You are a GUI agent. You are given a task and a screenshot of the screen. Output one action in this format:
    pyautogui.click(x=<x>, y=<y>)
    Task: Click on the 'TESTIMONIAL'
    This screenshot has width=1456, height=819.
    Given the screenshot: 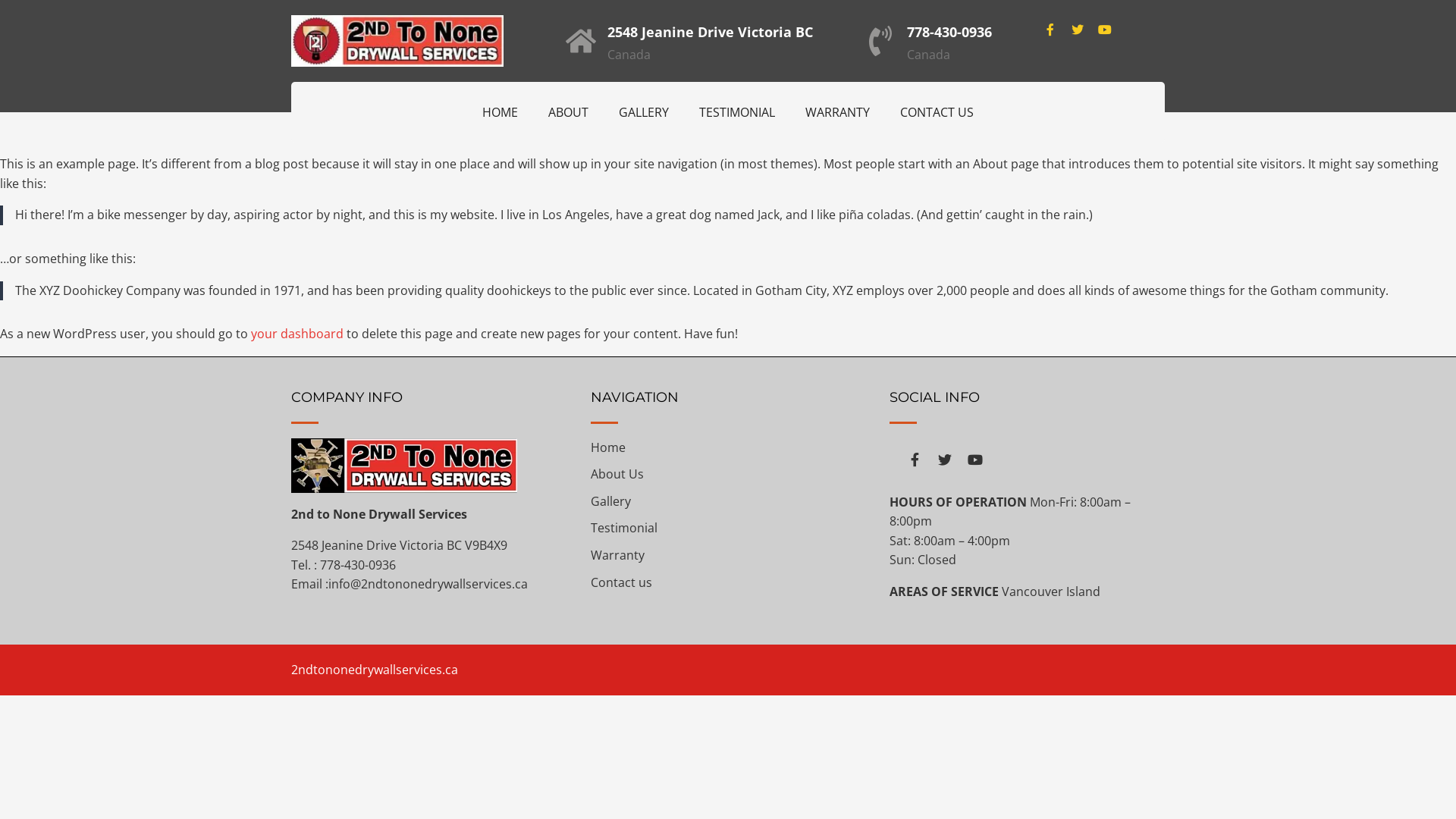 What is the action you would take?
    pyautogui.click(x=736, y=111)
    